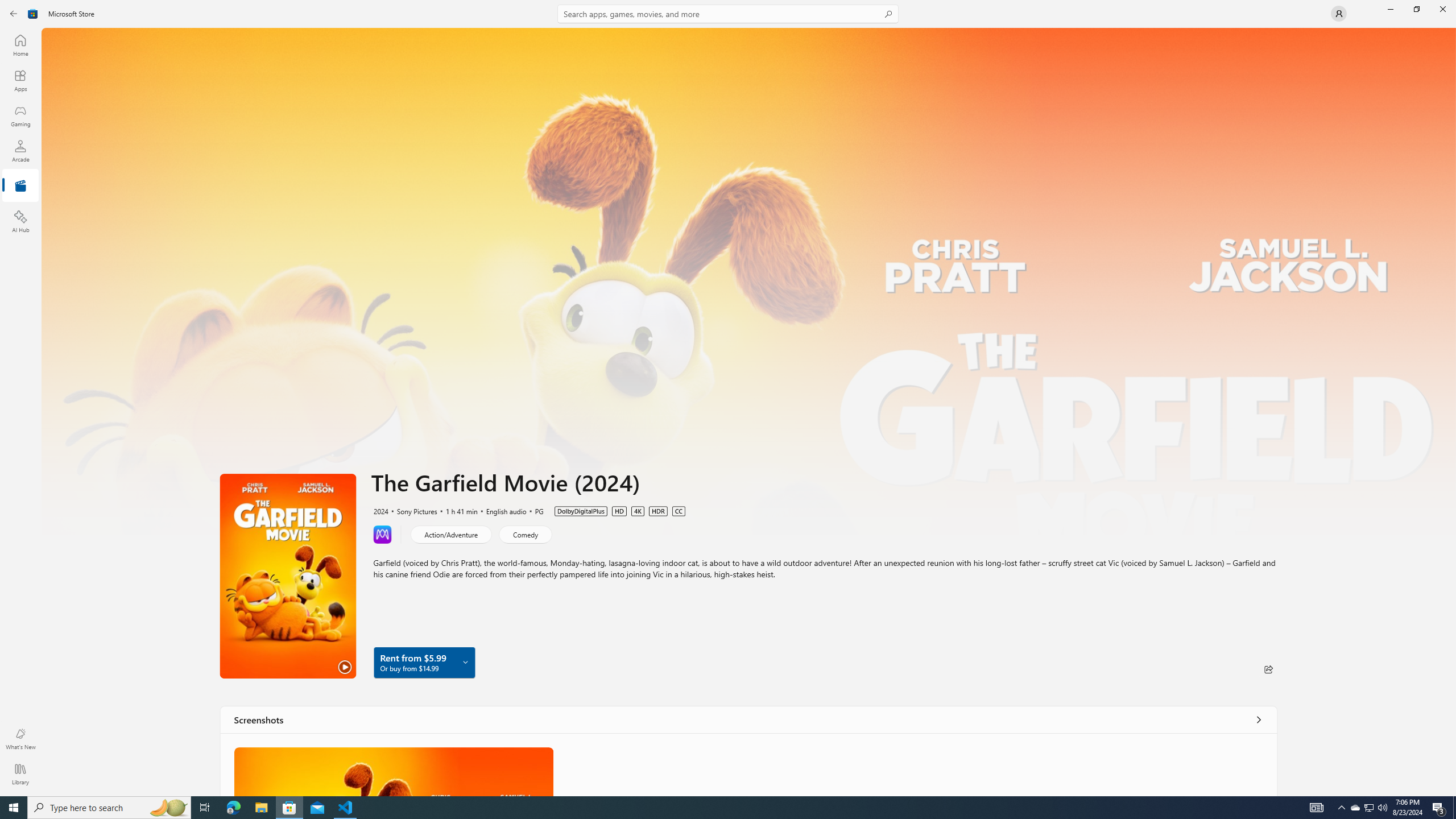 This screenshot has width=1456, height=819. Describe the element at coordinates (1259, 719) in the screenshot. I see `'See all'` at that location.